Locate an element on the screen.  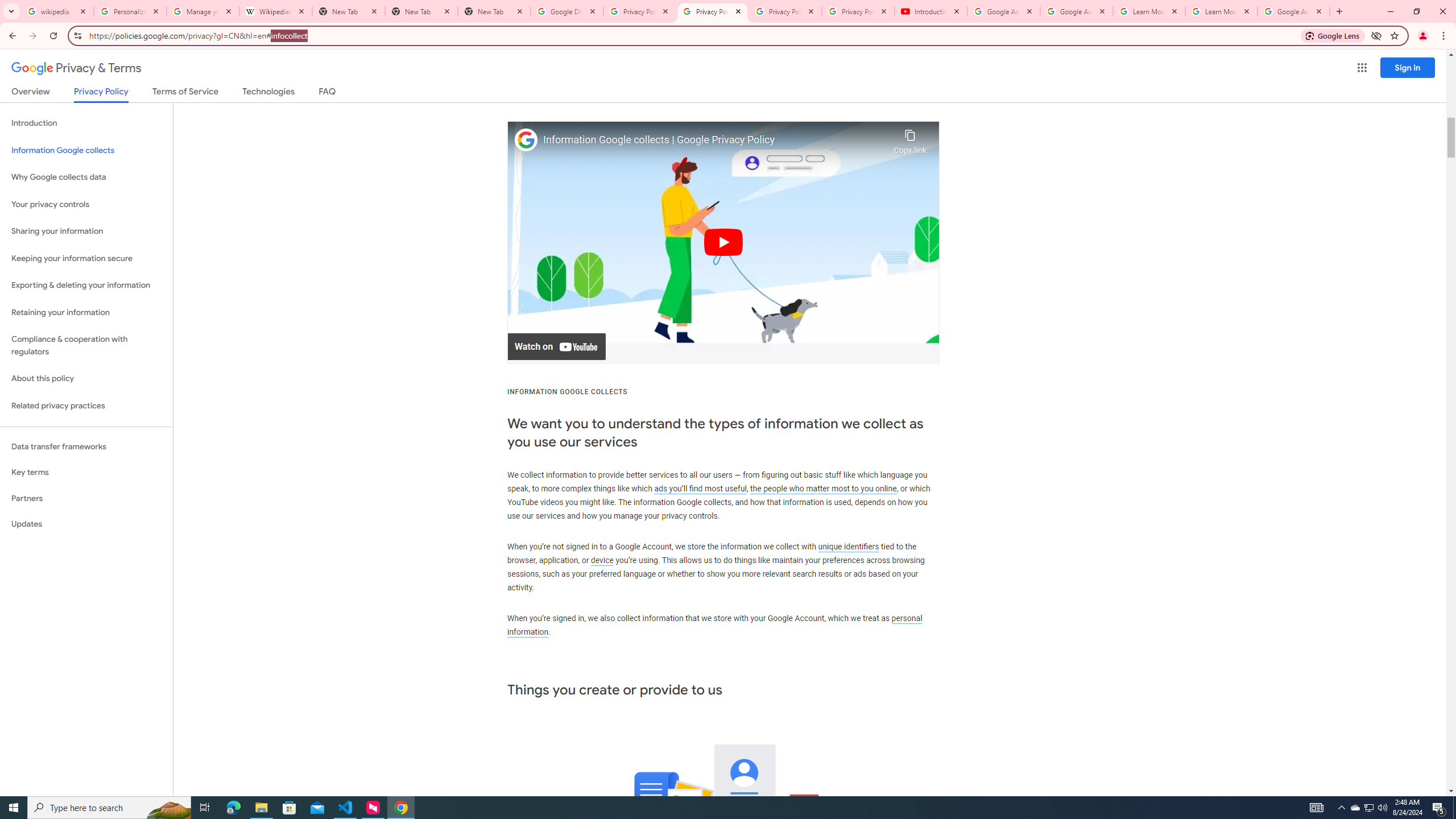
'Google Account' is located at coordinates (1293, 11).